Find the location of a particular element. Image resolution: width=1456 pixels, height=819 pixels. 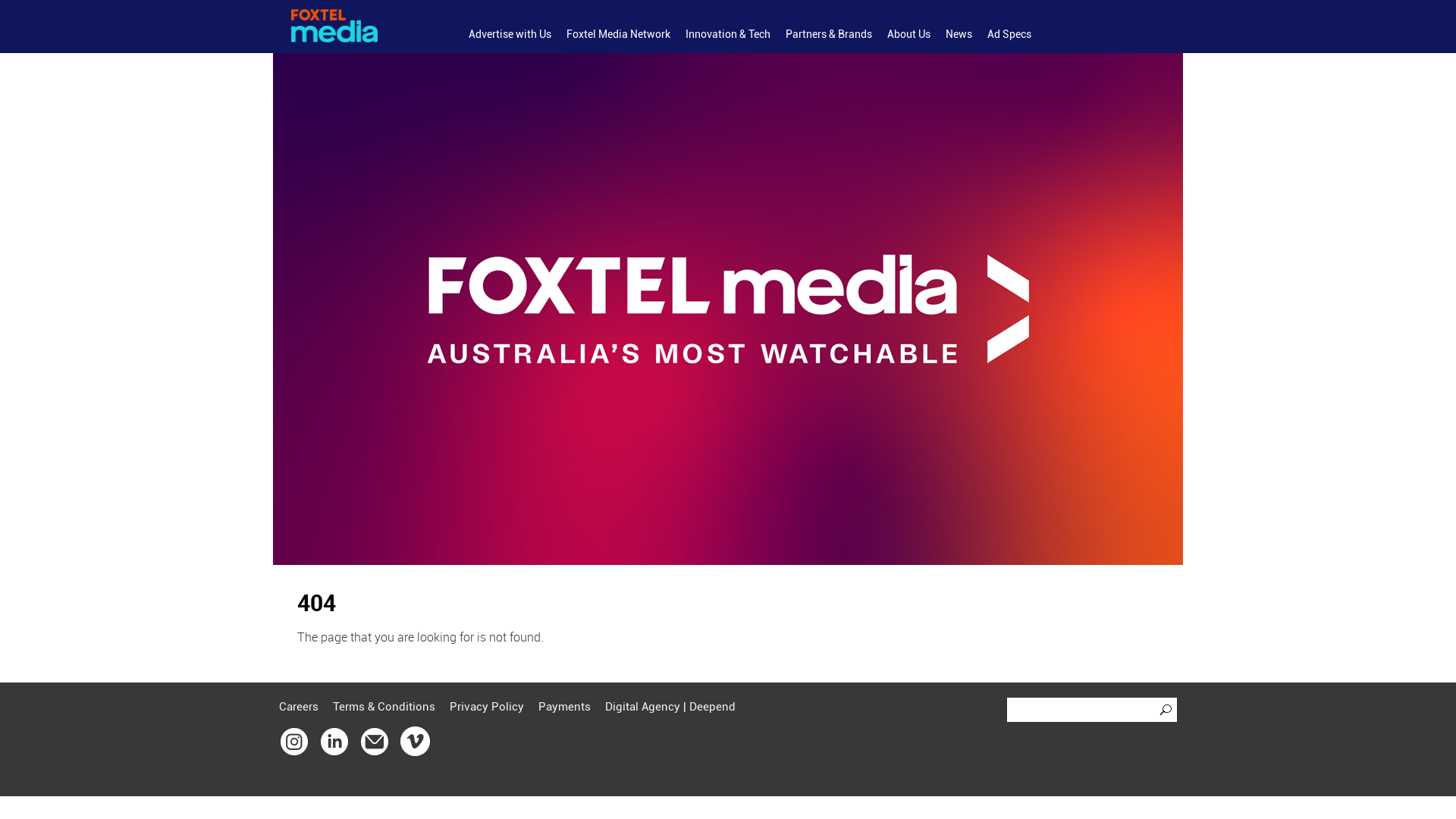

'Click to search.' is located at coordinates (1167, 710).